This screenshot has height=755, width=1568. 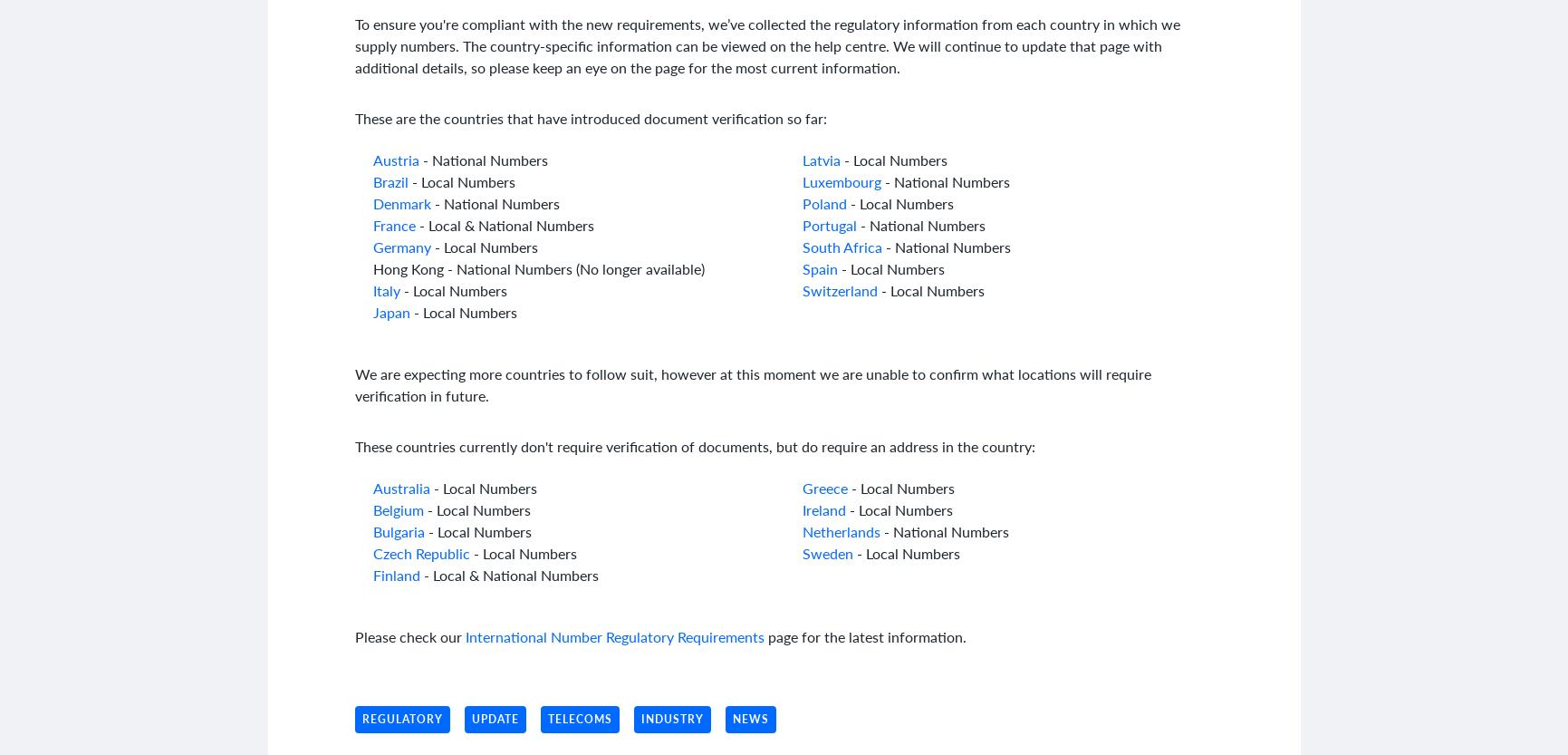 I want to click on 'Poland', so click(x=822, y=202).